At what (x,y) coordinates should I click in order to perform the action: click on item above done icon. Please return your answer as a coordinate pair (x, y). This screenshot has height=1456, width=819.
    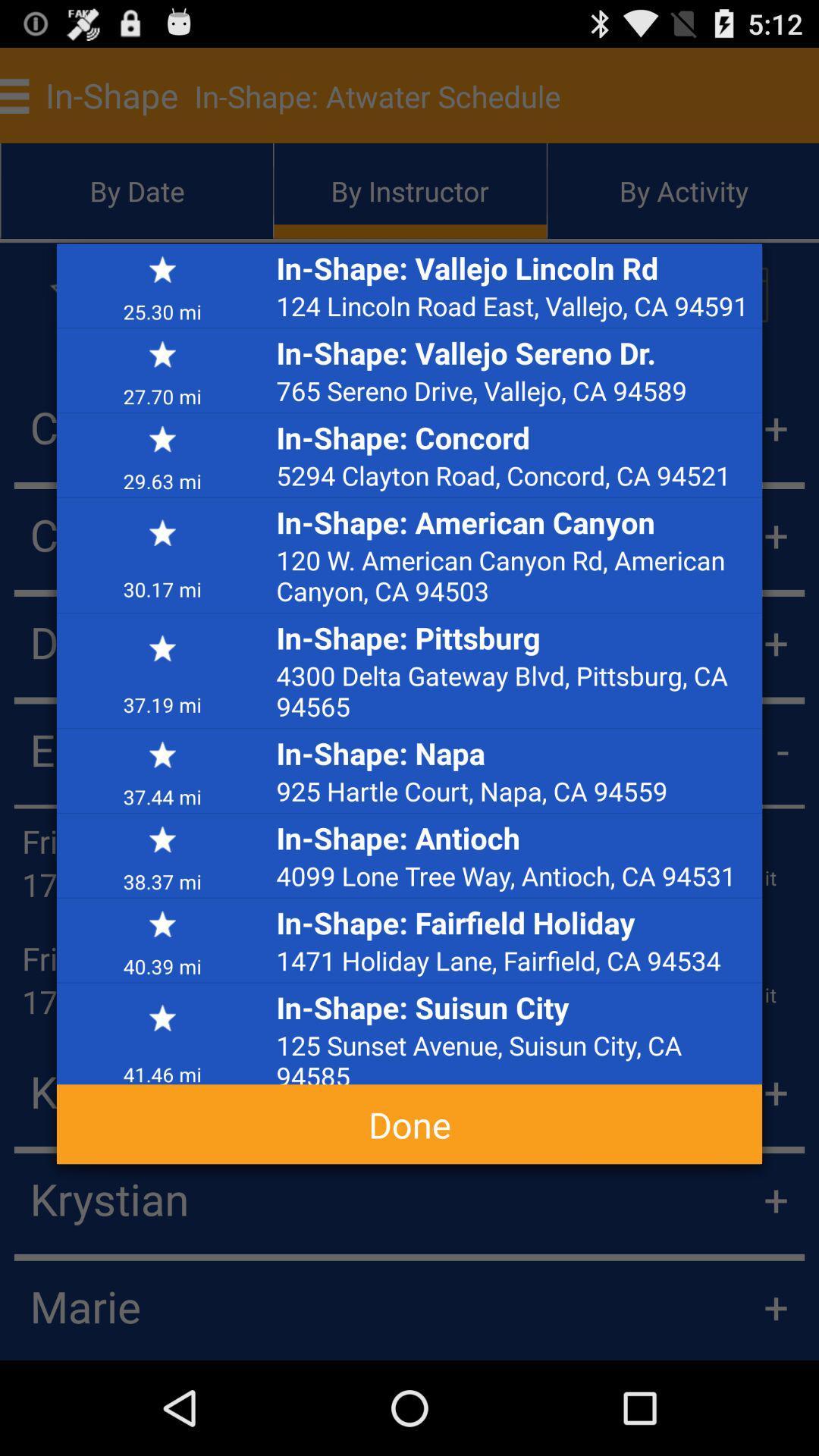
    Looking at the image, I should click on (162, 1067).